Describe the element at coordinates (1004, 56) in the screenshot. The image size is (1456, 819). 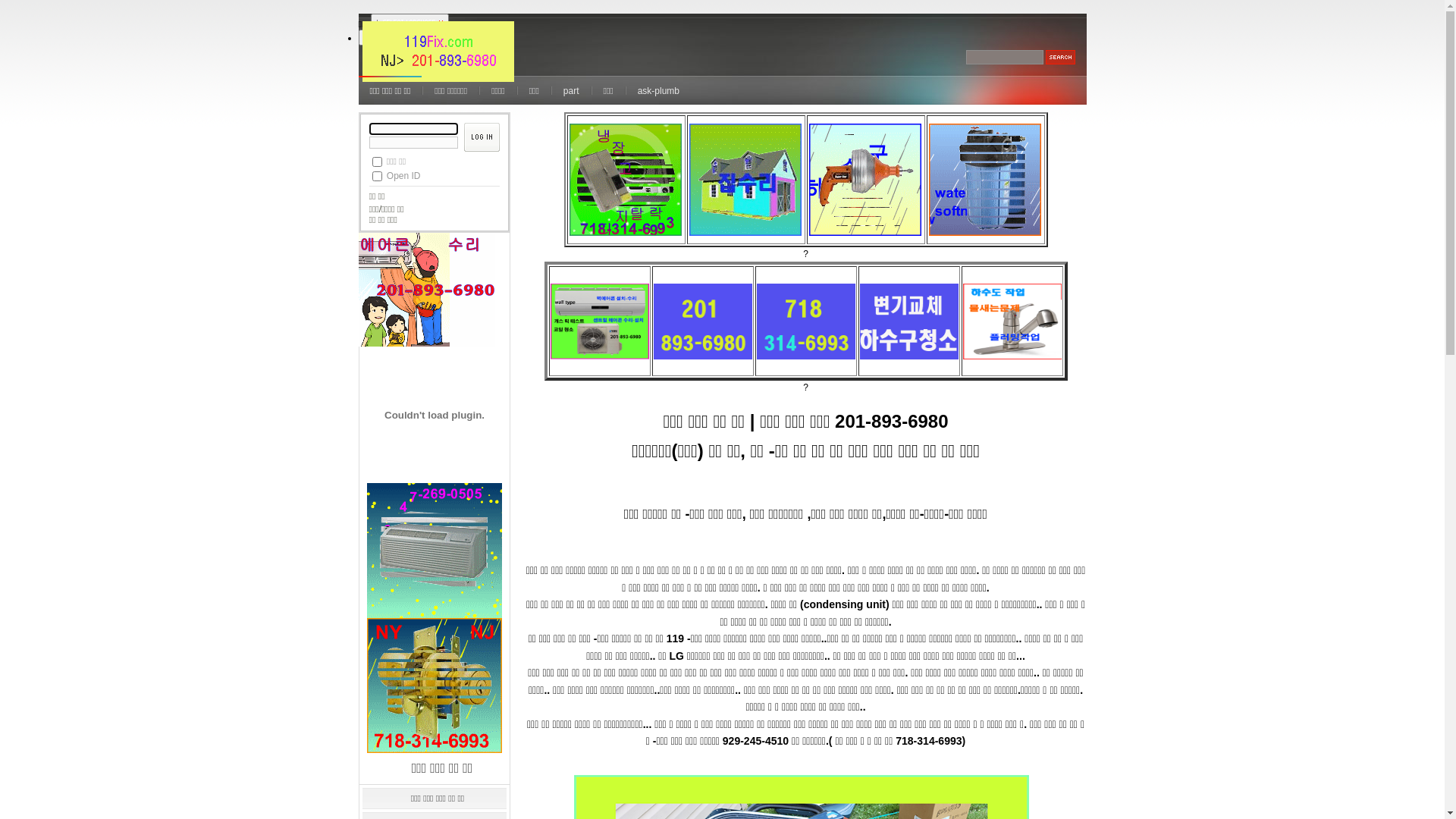
I see `'keyword'` at that location.